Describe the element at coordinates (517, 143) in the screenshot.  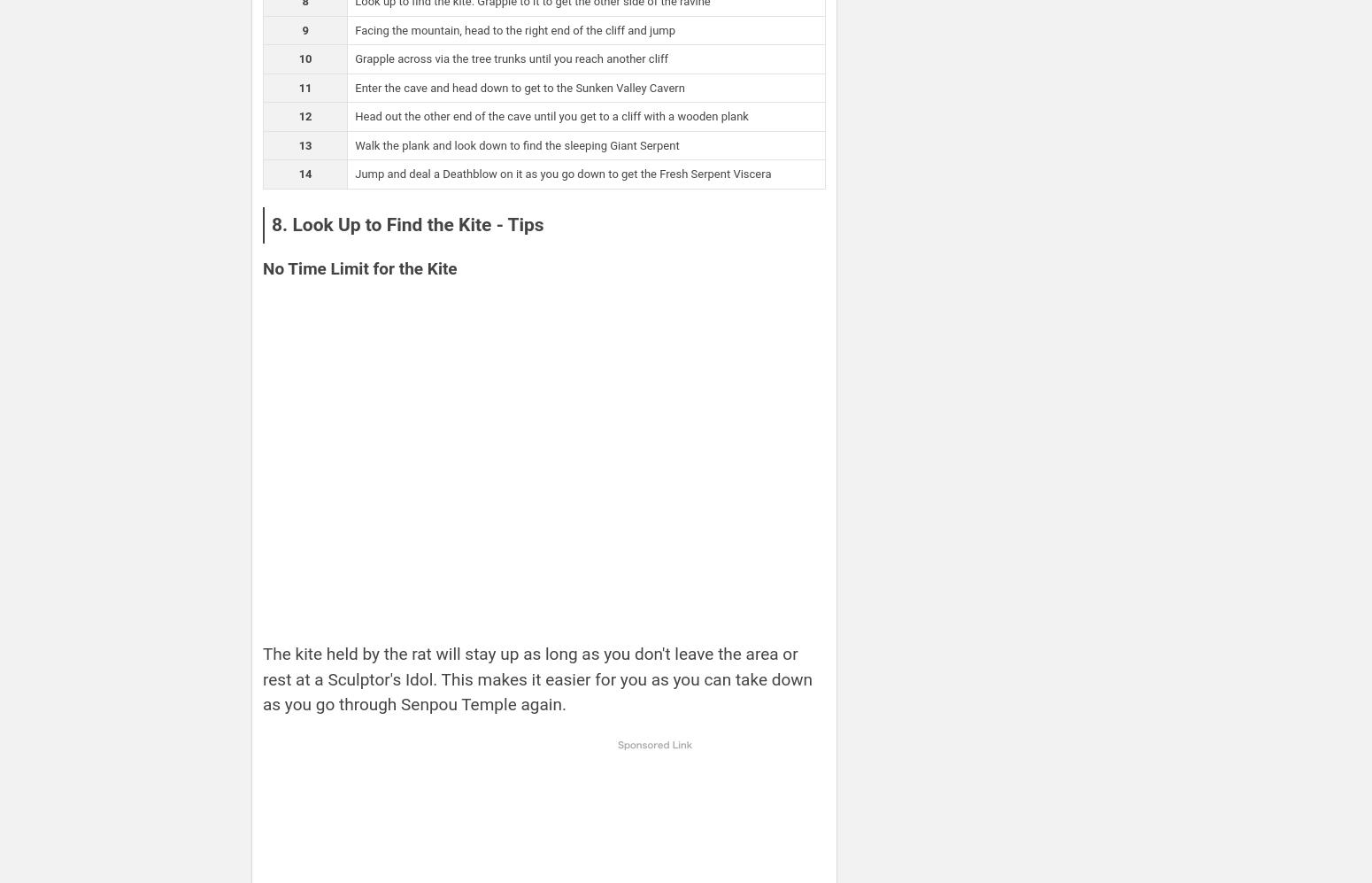
I see `'Walk the plank and look down to find the sleeping Giant Serpent'` at that location.